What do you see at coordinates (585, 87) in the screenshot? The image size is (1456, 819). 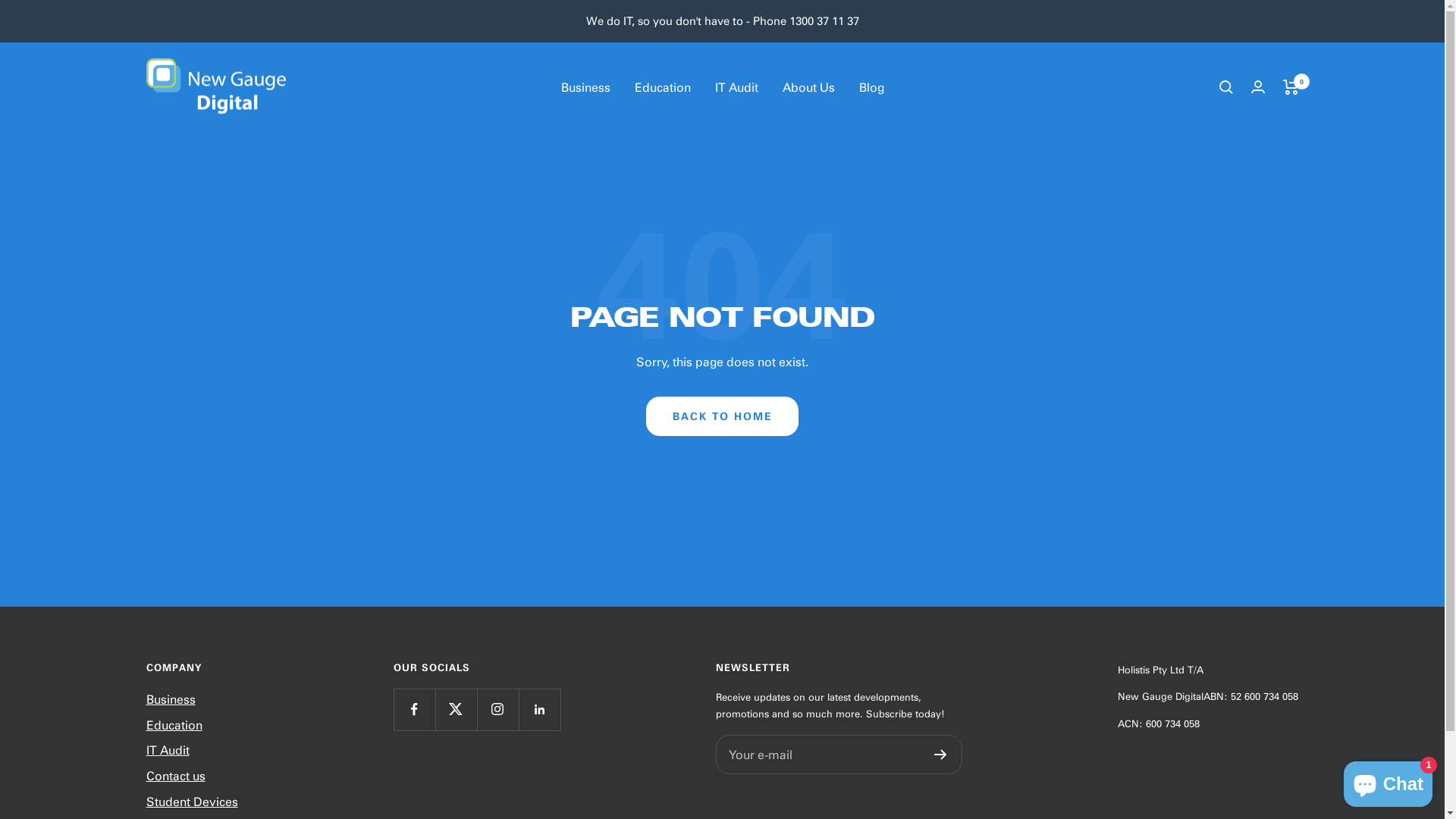 I see `'Business'` at bounding box center [585, 87].